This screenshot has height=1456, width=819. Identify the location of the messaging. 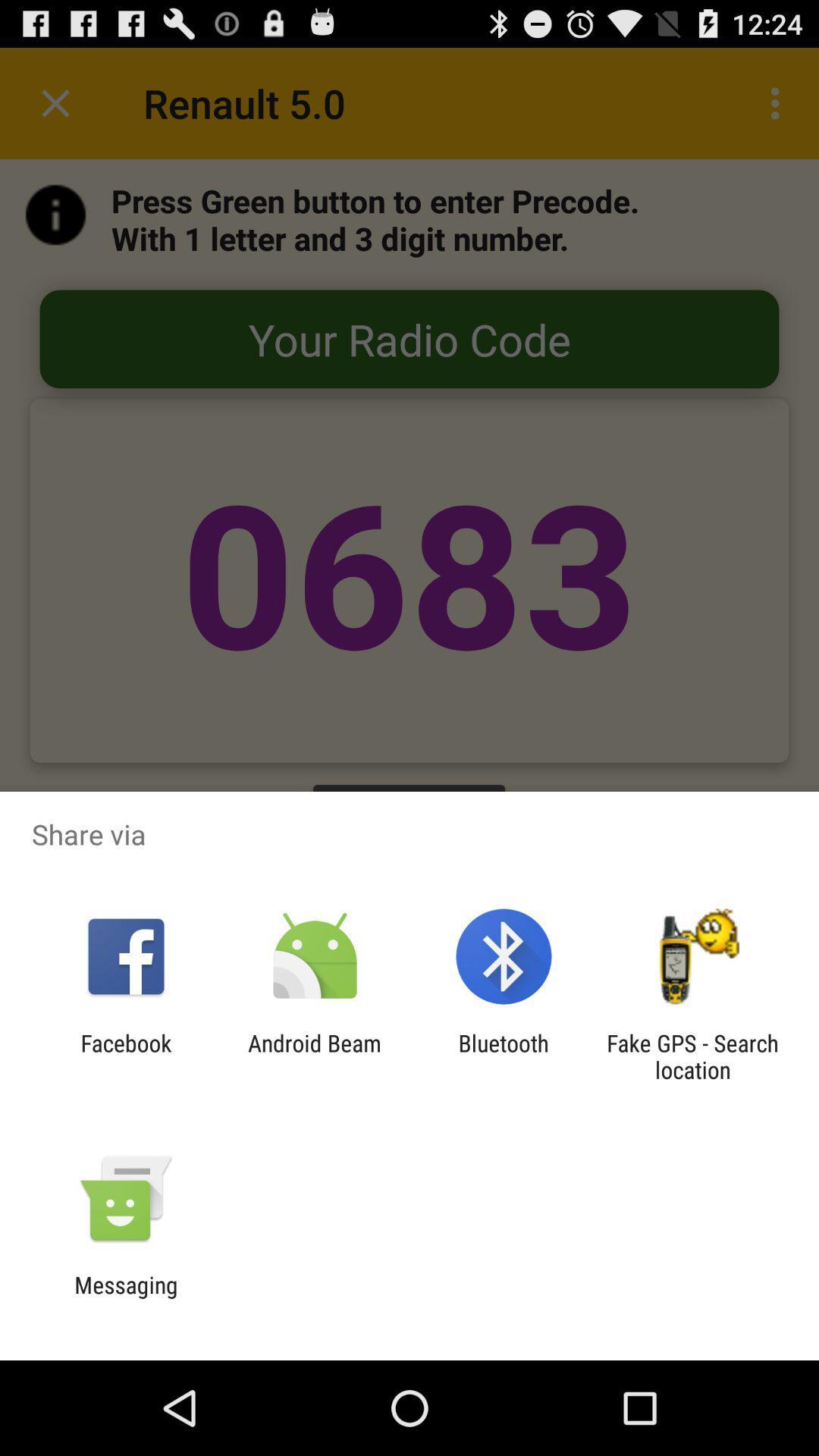
(125, 1298).